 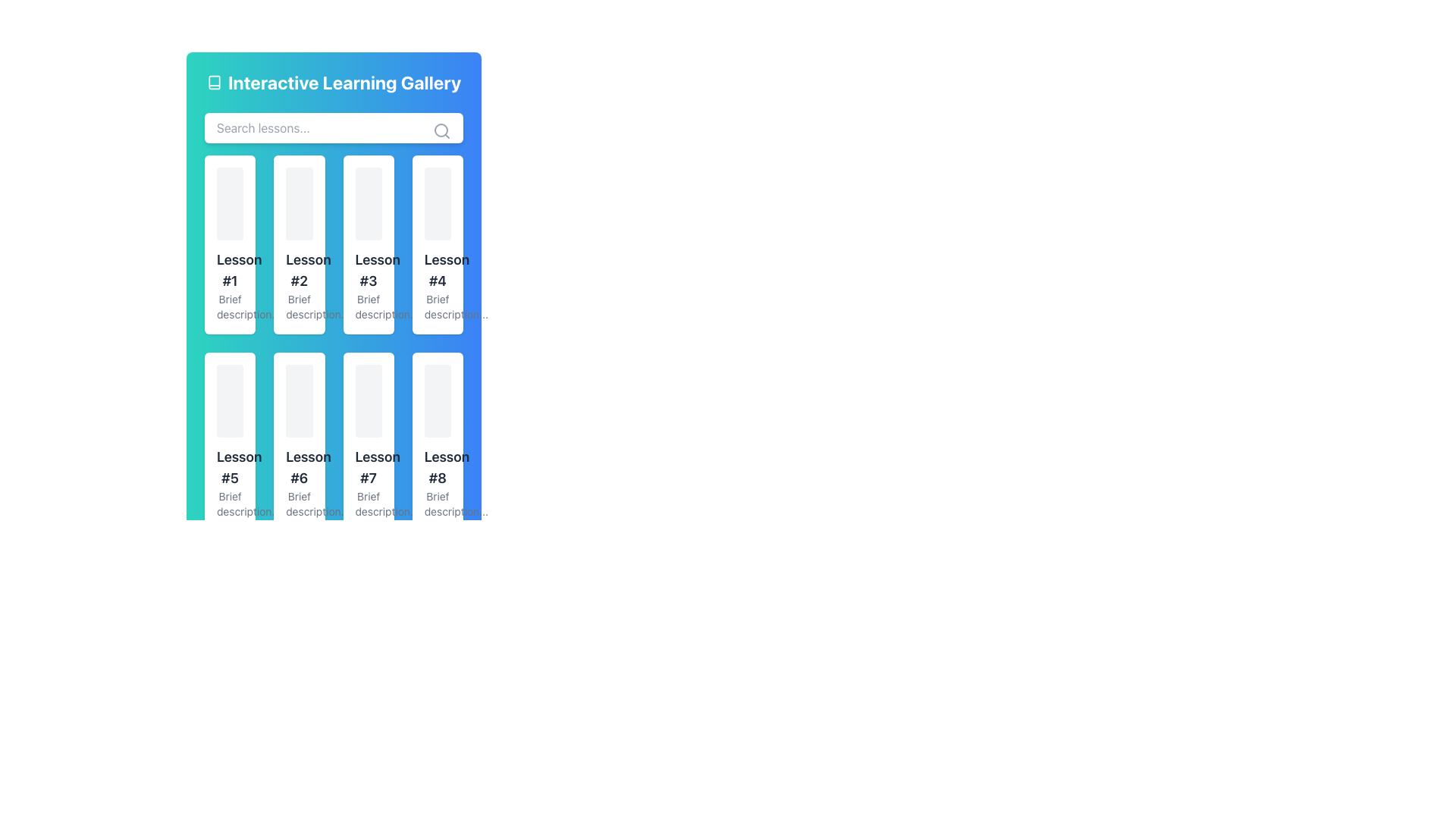 What do you see at coordinates (229, 244) in the screenshot?
I see `the lesson card located in the first row and first column of the learning gallery interface` at bounding box center [229, 244].